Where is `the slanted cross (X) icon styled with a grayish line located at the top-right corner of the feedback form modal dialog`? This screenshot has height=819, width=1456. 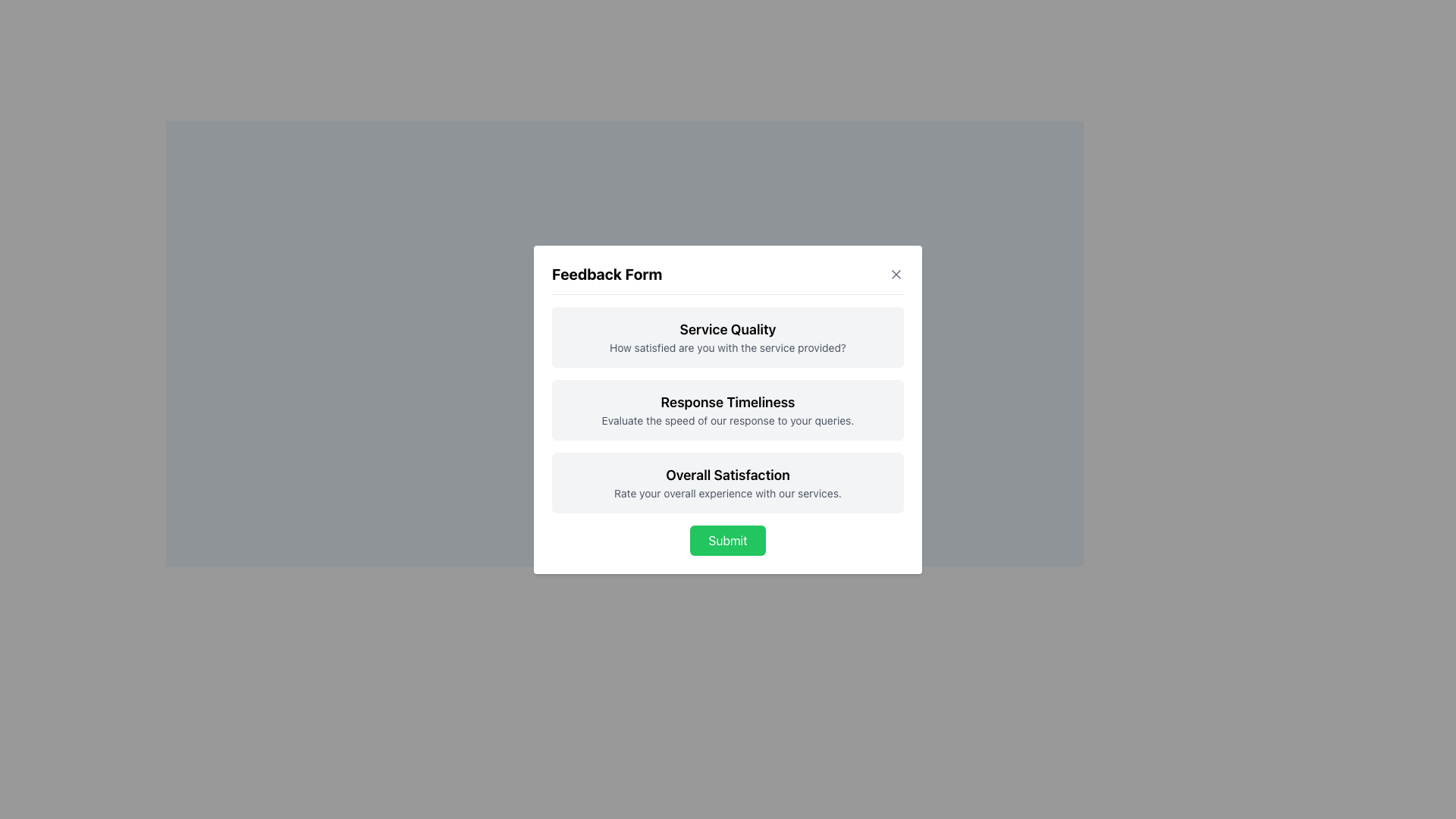
the slanted cross (X) icon styled with a grayish line located at the top-right corner of the feedback form modal dialog is located at coordinates (896, 274).